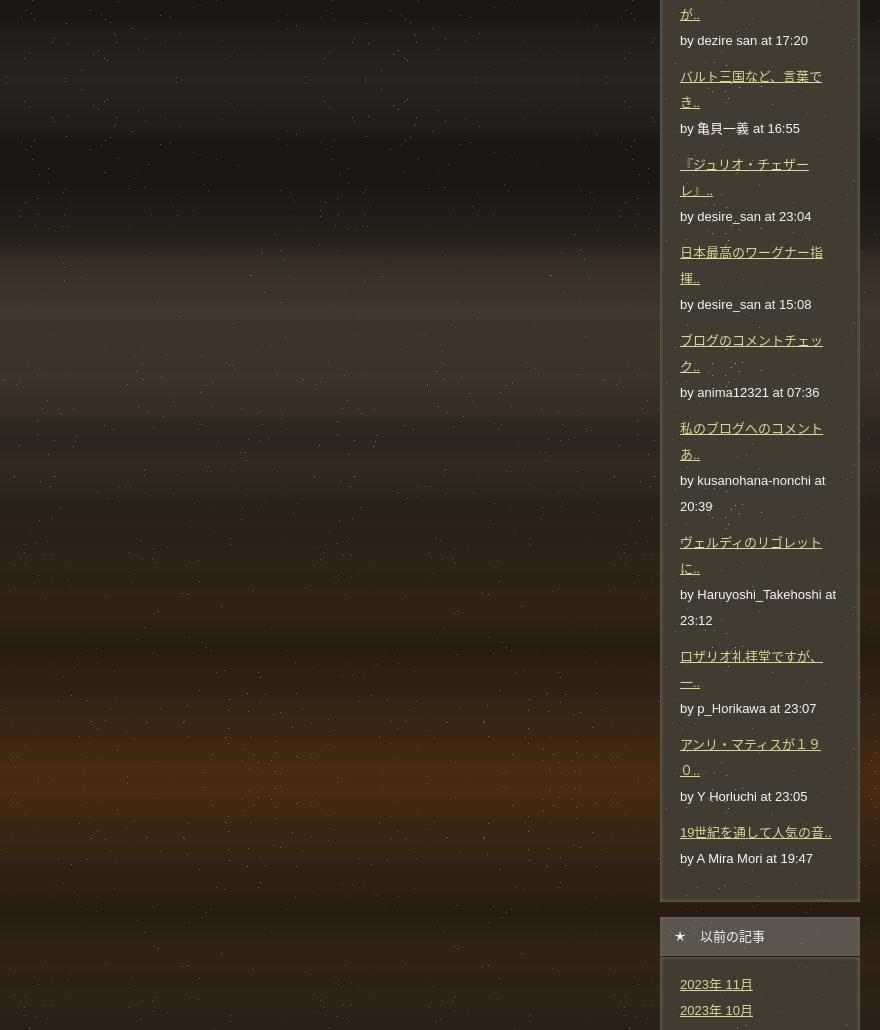 The width and height of the screenshot is (880, 1030). What do you see at coordinates (678, 554) in the screenshot?
I see `'ヴェルディのリゴレットに..'` at bounding box center [678, 554].